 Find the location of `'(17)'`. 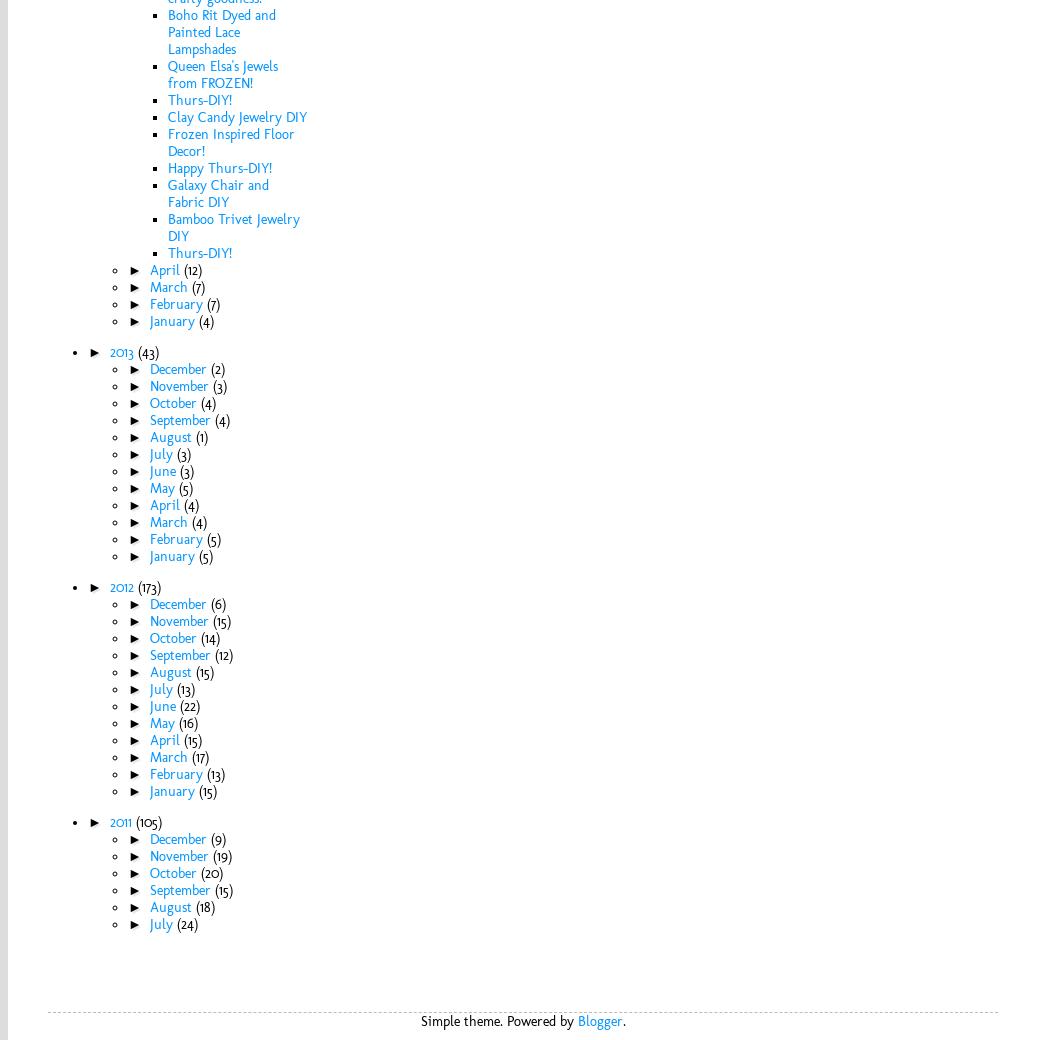

'(17)' is located at coordinates (198, 756).